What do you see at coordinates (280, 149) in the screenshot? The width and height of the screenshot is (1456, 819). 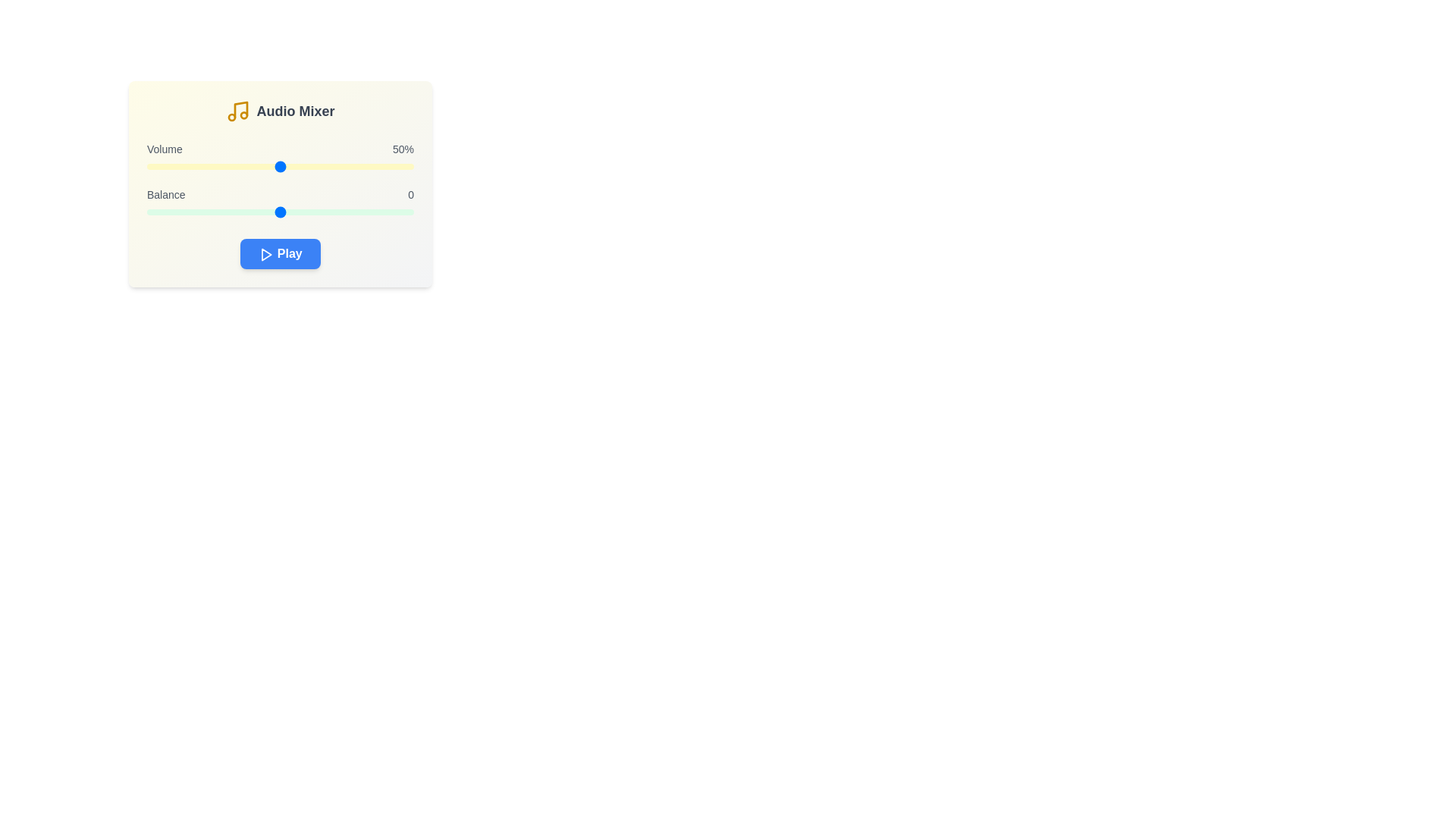 I see `the 'Volume' text label, which is a gray font aligned to the left and right with '50%', positioned above a yellow slider in the Audio Mixer section` at bounding box center [280, 149].